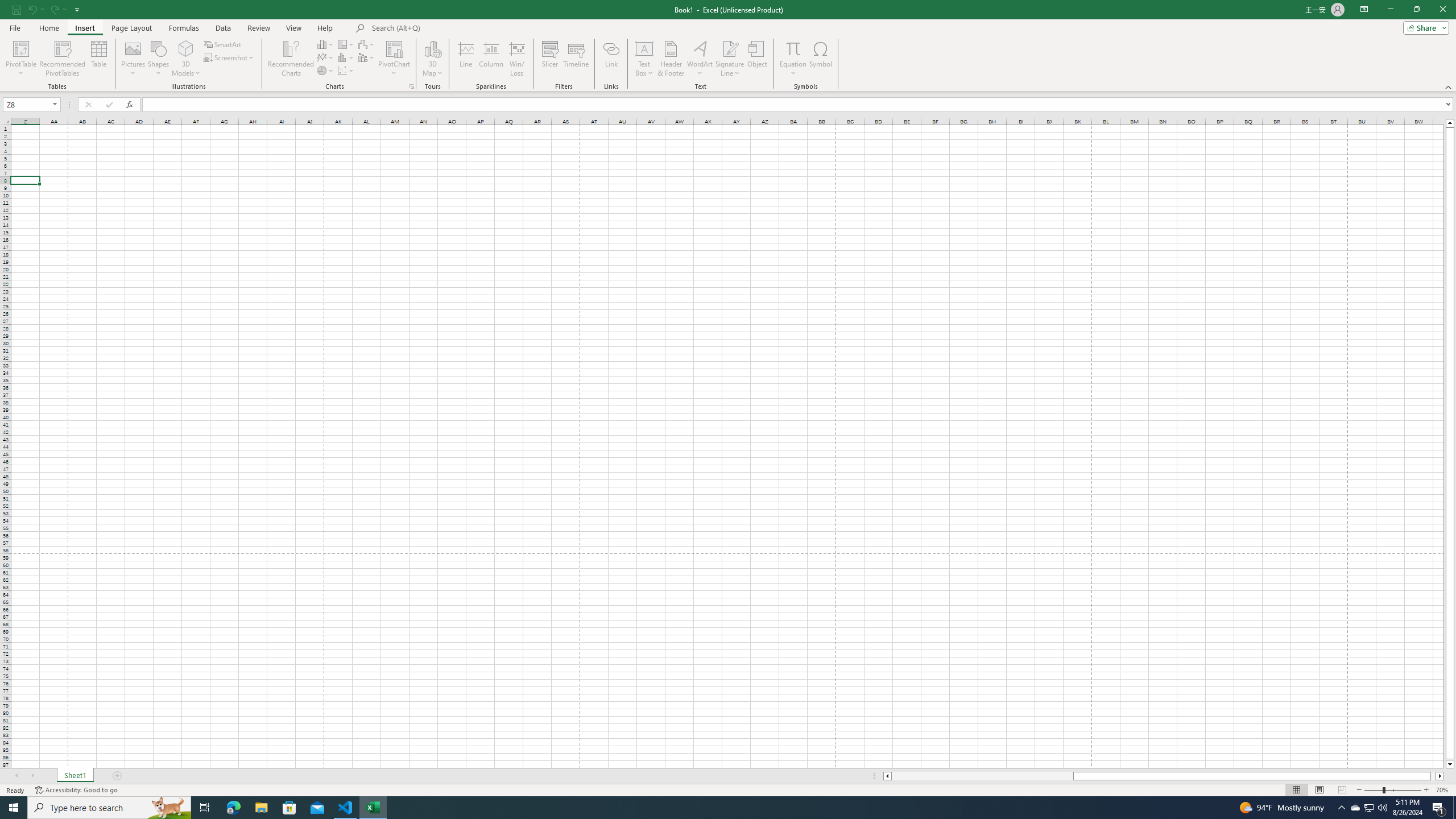 The height and width of the screenshot is (819, 1456). Describe the element at coordinates (185, 48) in the screenshot. I see `'3D Models'` at that location.